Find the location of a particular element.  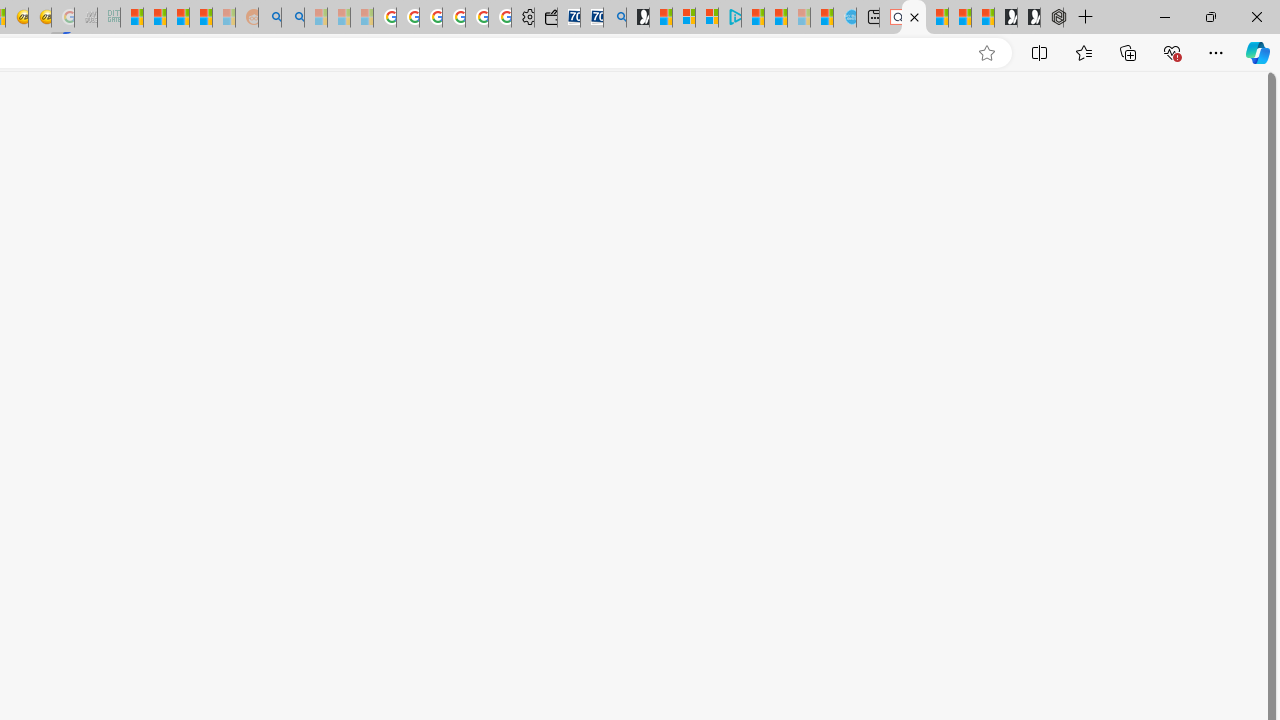

'Student Loan Update: Forgiveness Program Ends This Month' is located at coordinates (200, 17).